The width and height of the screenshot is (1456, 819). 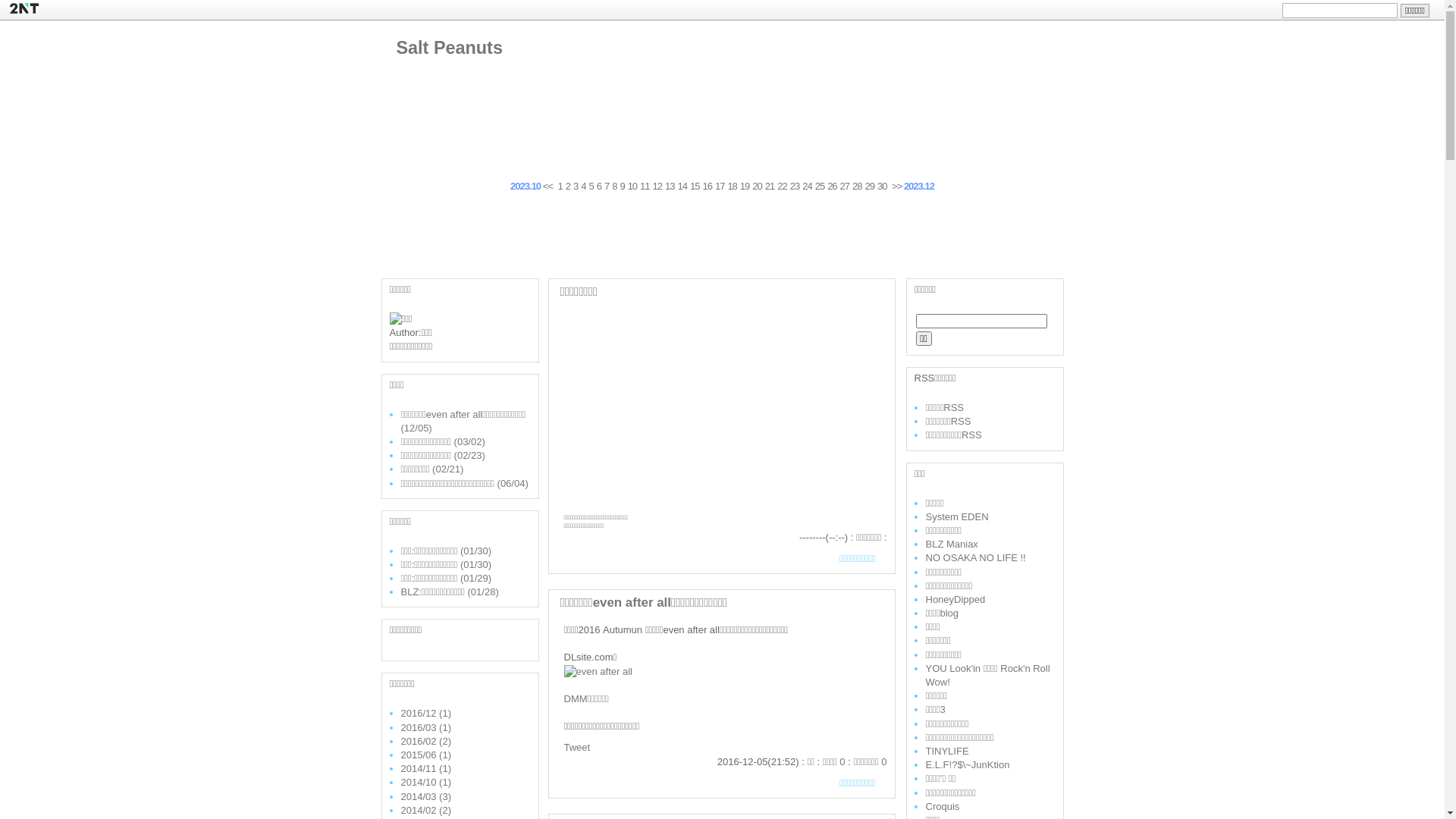 What do you see at coordinates (950, 543) in the screenshot?
I see `'BLZ Maniax'` at bounding box center [950, 543].